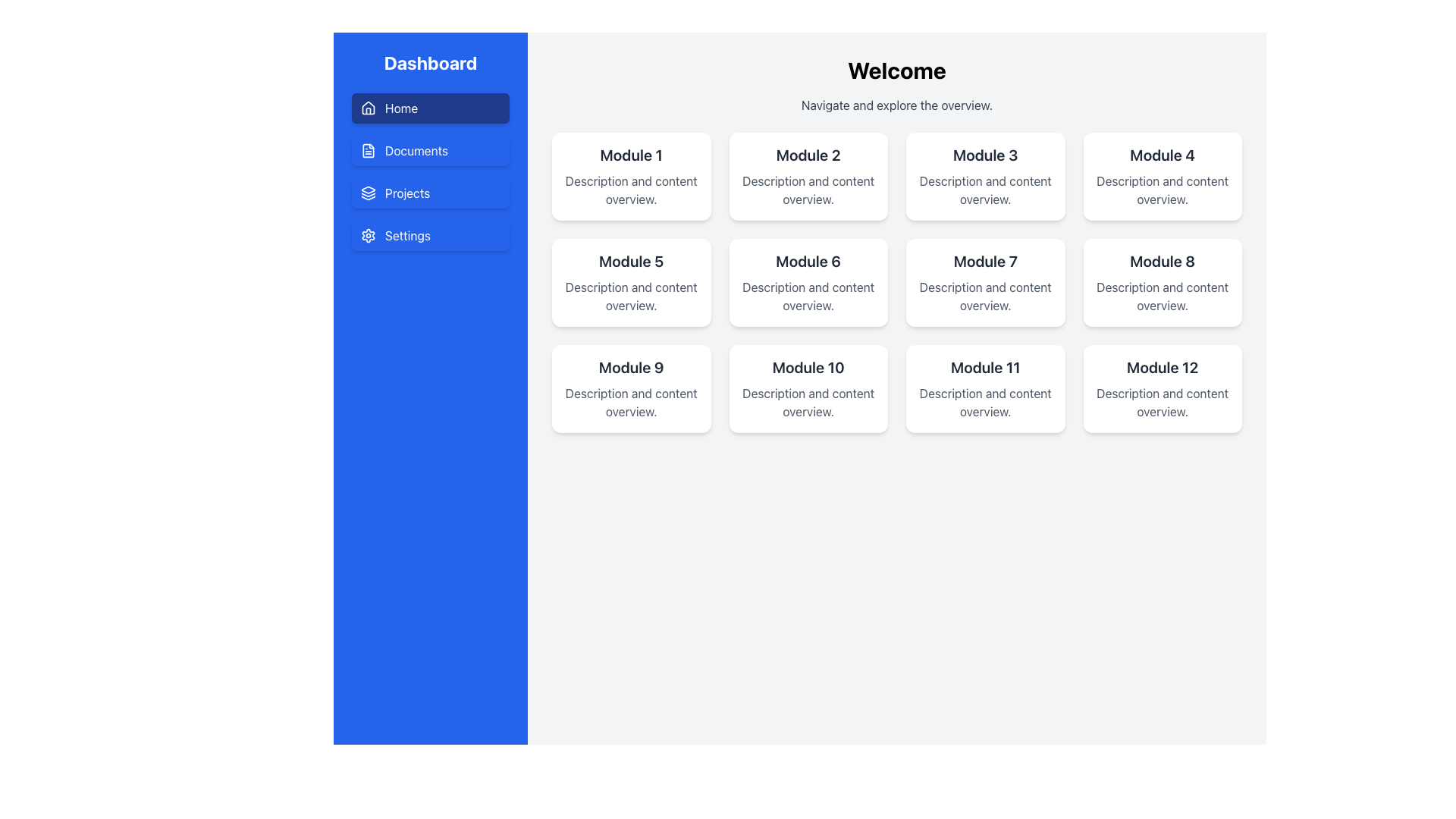 This screenshot has height=819, width=1456. I want to click on text label that says 'Module 2', which is a large and bold header styled in dark gray against a white background, located in the second position of the top row of a grid of cards, so click(808, 155).